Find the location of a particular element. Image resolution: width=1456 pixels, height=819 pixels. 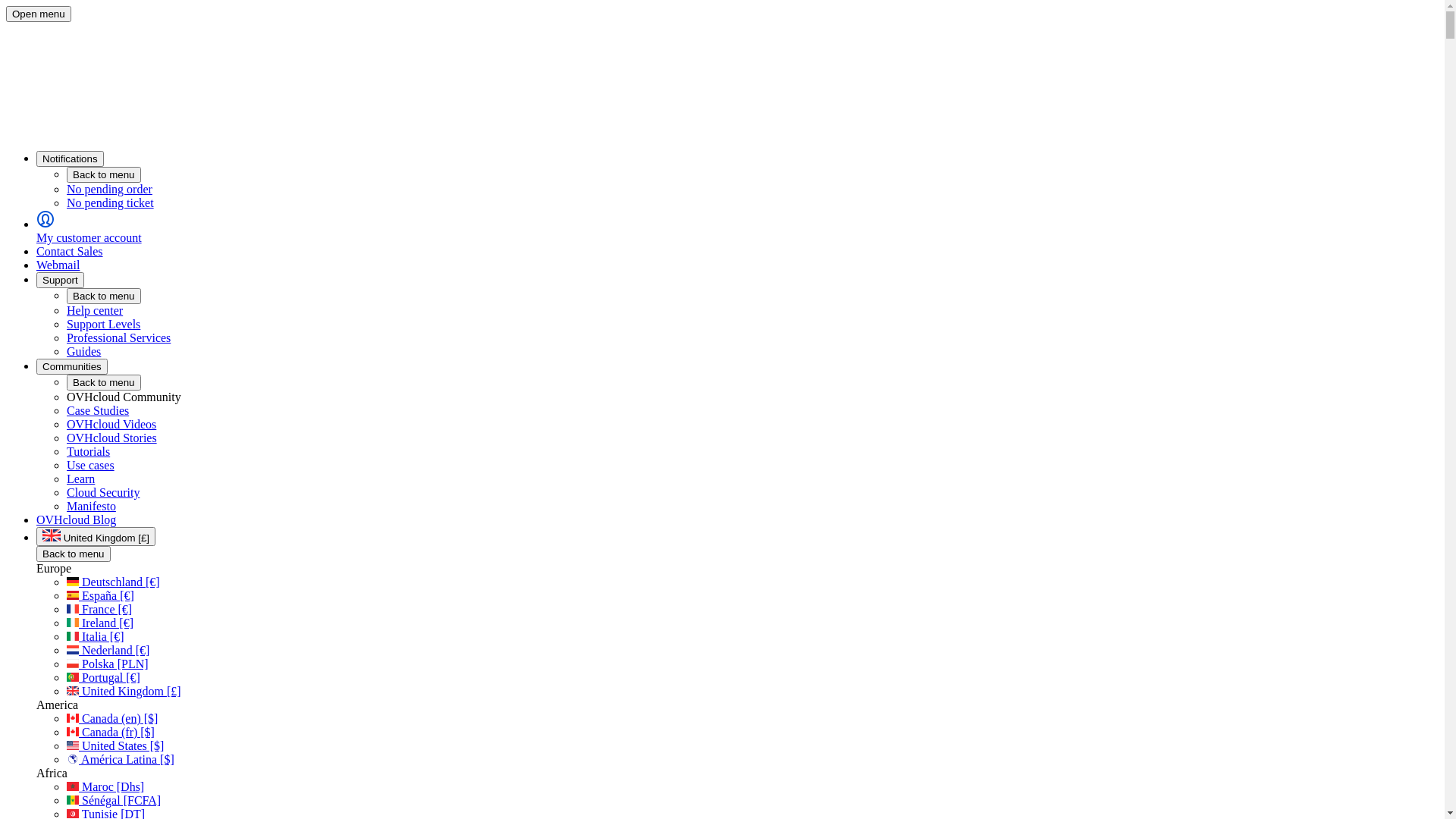

'Professional Services' is located at coordinates (118, 337).